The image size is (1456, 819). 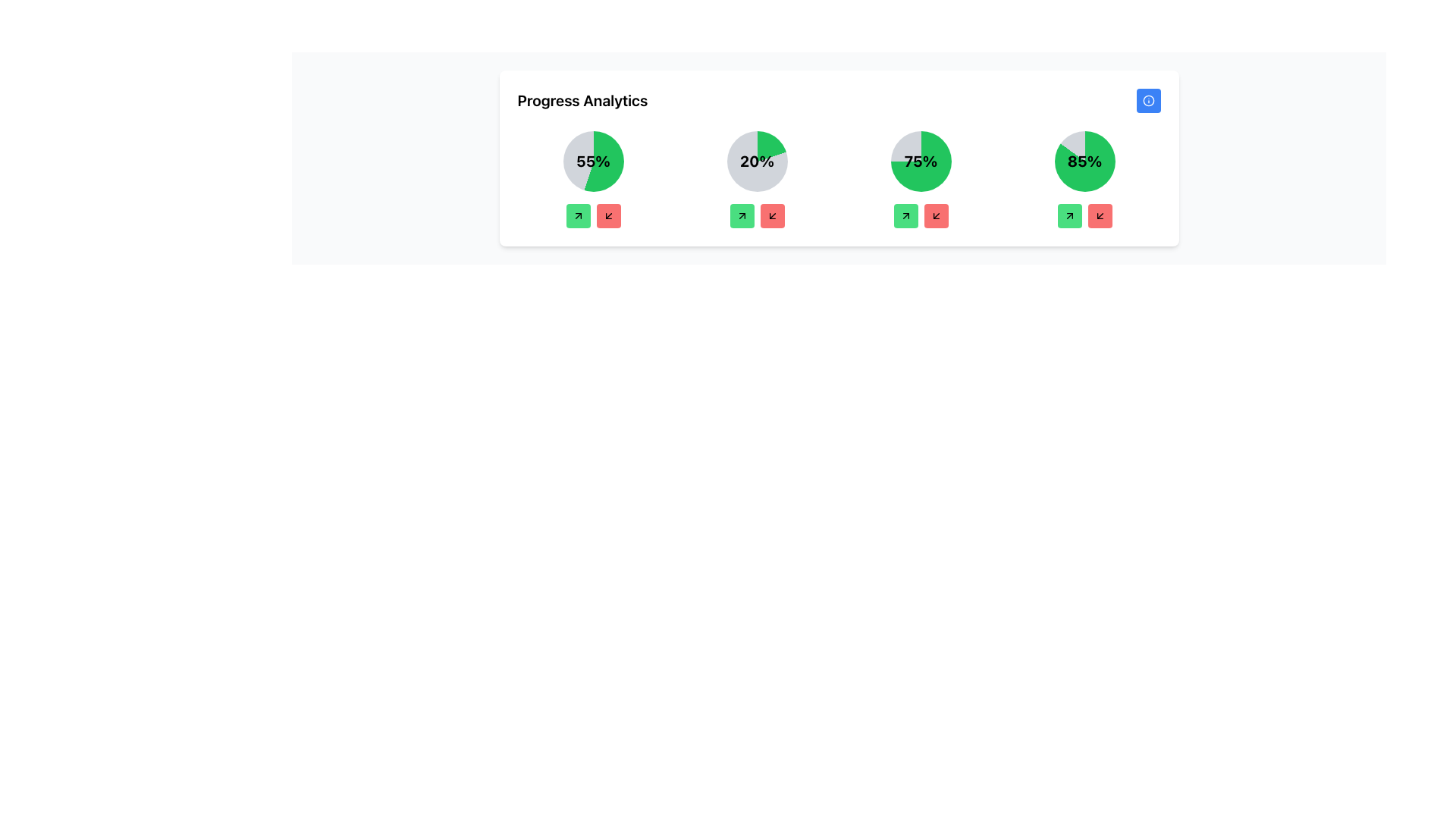 I want to click on the leftmost button in the button group under the progress chart at 75%, which features a green upward-right-pointing arrow, so click(x=905, y=216).